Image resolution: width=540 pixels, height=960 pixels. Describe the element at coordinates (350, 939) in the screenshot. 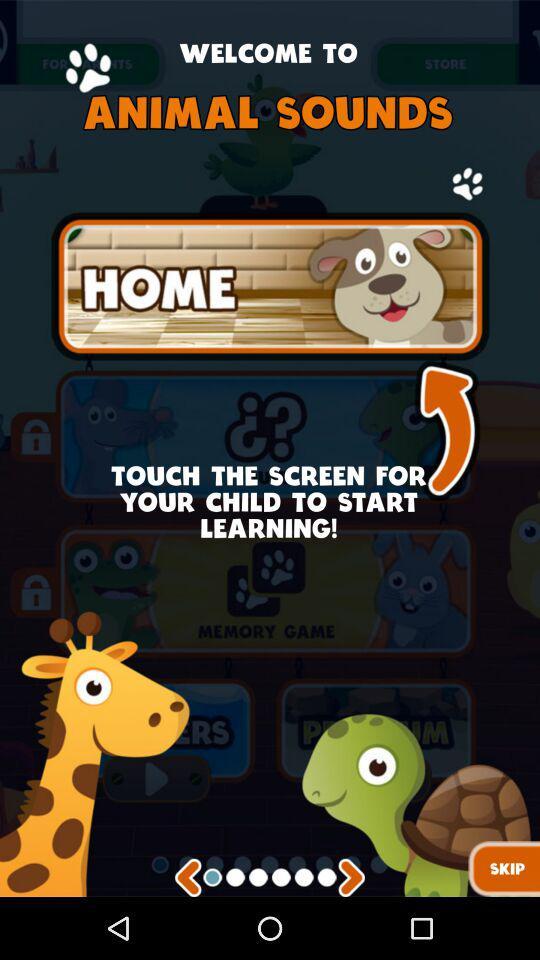

I see `the av_forward icon` at that location.